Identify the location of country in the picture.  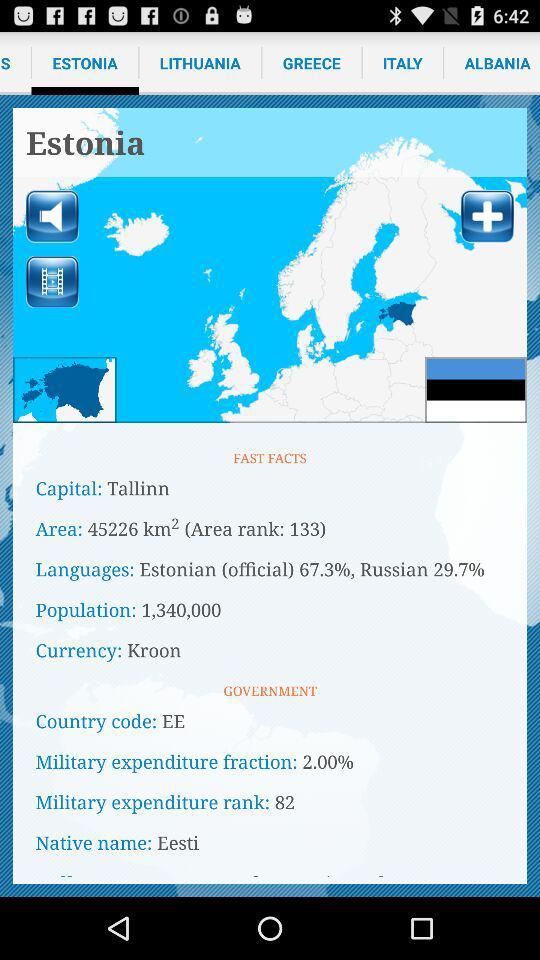
(64, 388).